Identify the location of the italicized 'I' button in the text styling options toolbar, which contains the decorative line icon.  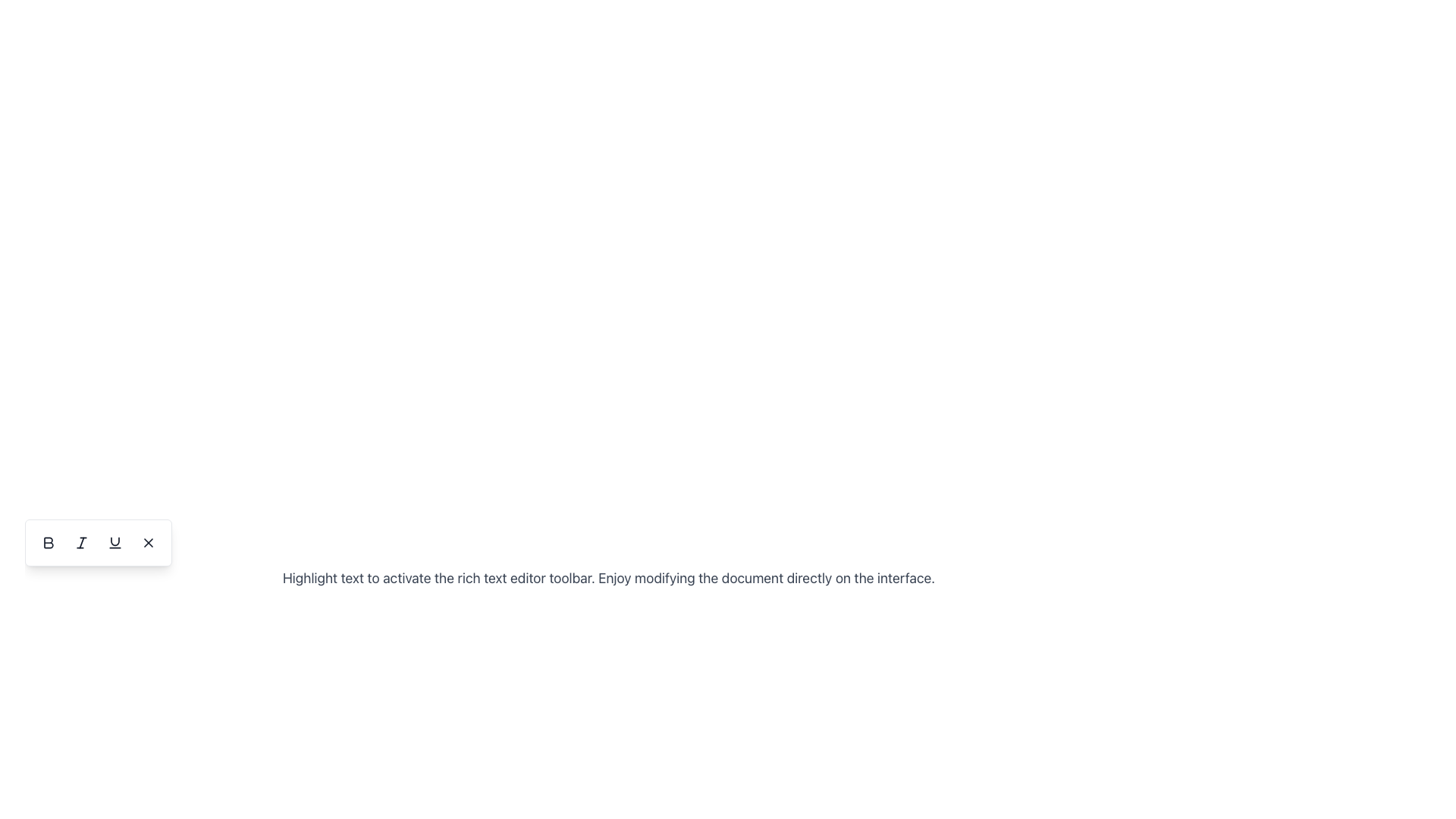
(81, 542).